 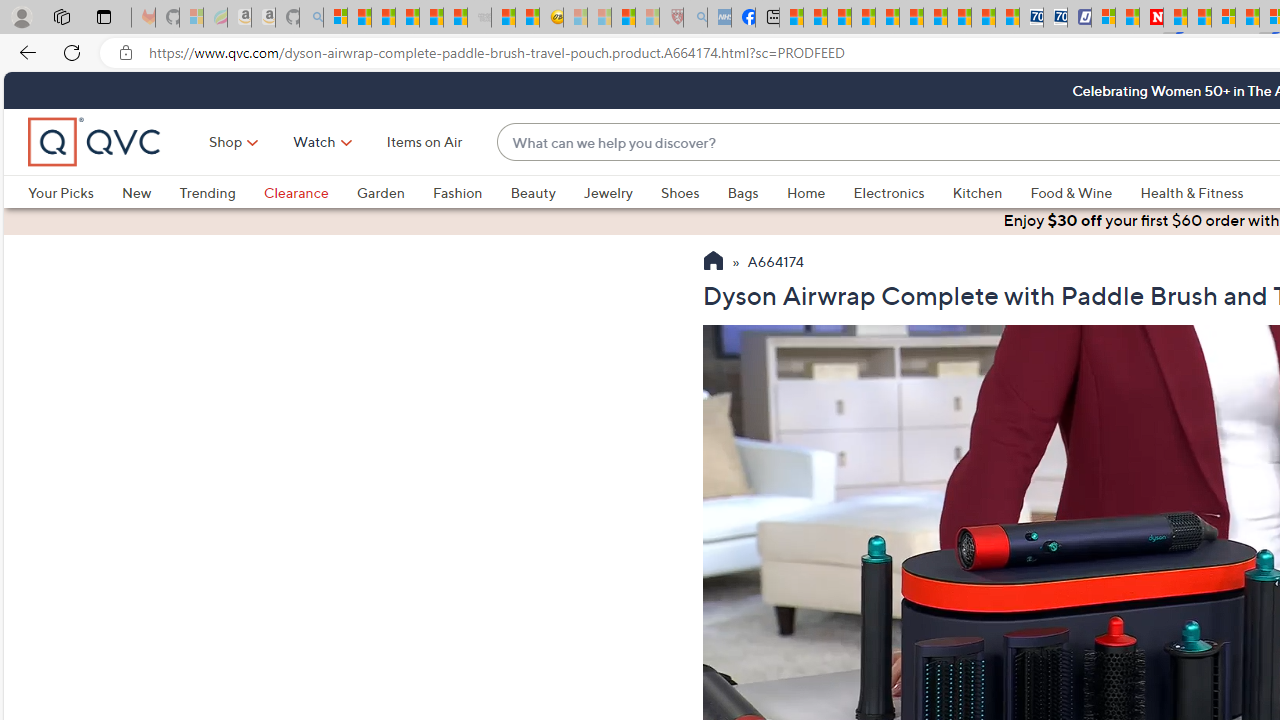 I want to click on 'Food & Wine', so click(x=1071, y=192).